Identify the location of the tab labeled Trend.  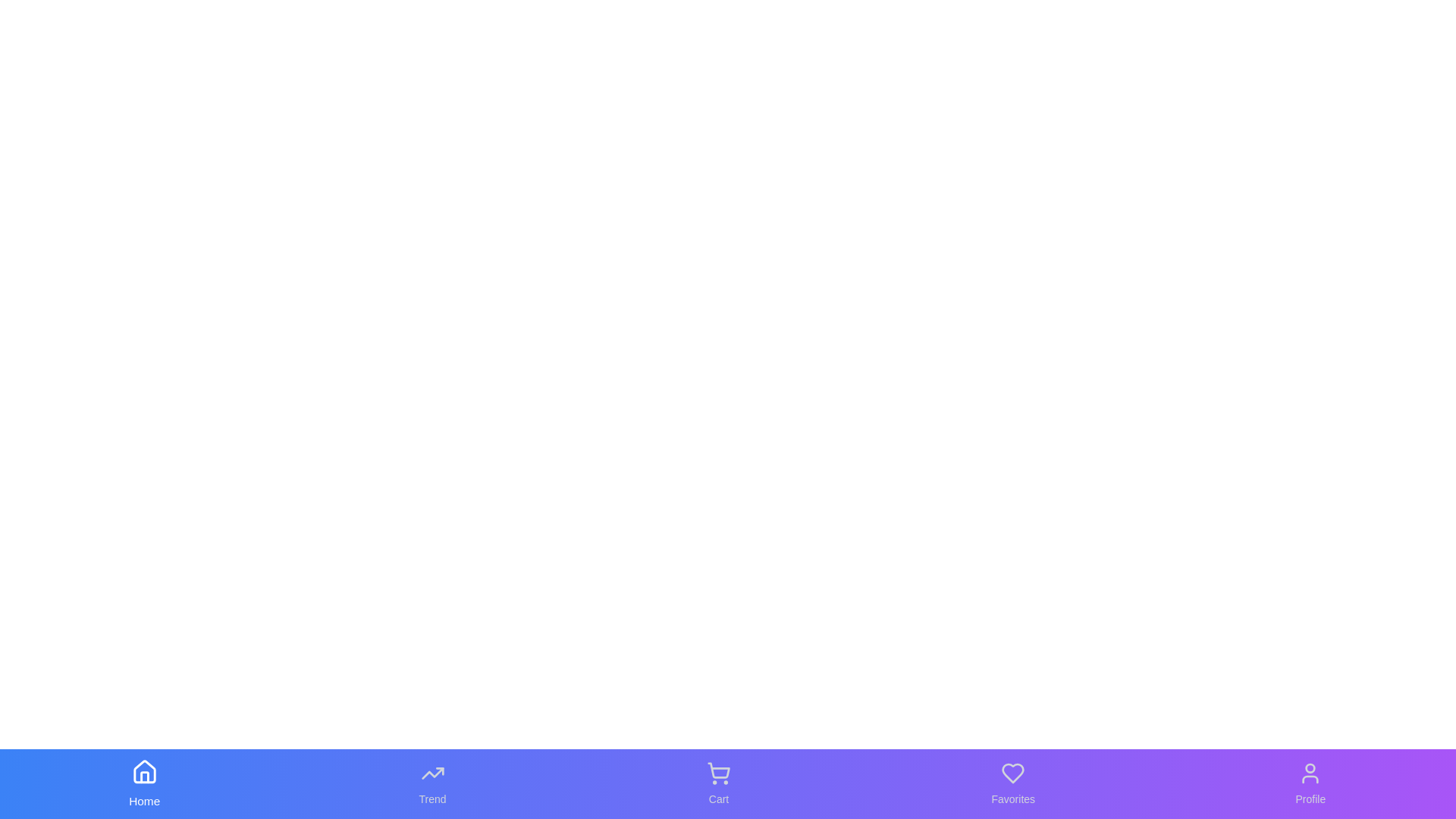
(431, 783).